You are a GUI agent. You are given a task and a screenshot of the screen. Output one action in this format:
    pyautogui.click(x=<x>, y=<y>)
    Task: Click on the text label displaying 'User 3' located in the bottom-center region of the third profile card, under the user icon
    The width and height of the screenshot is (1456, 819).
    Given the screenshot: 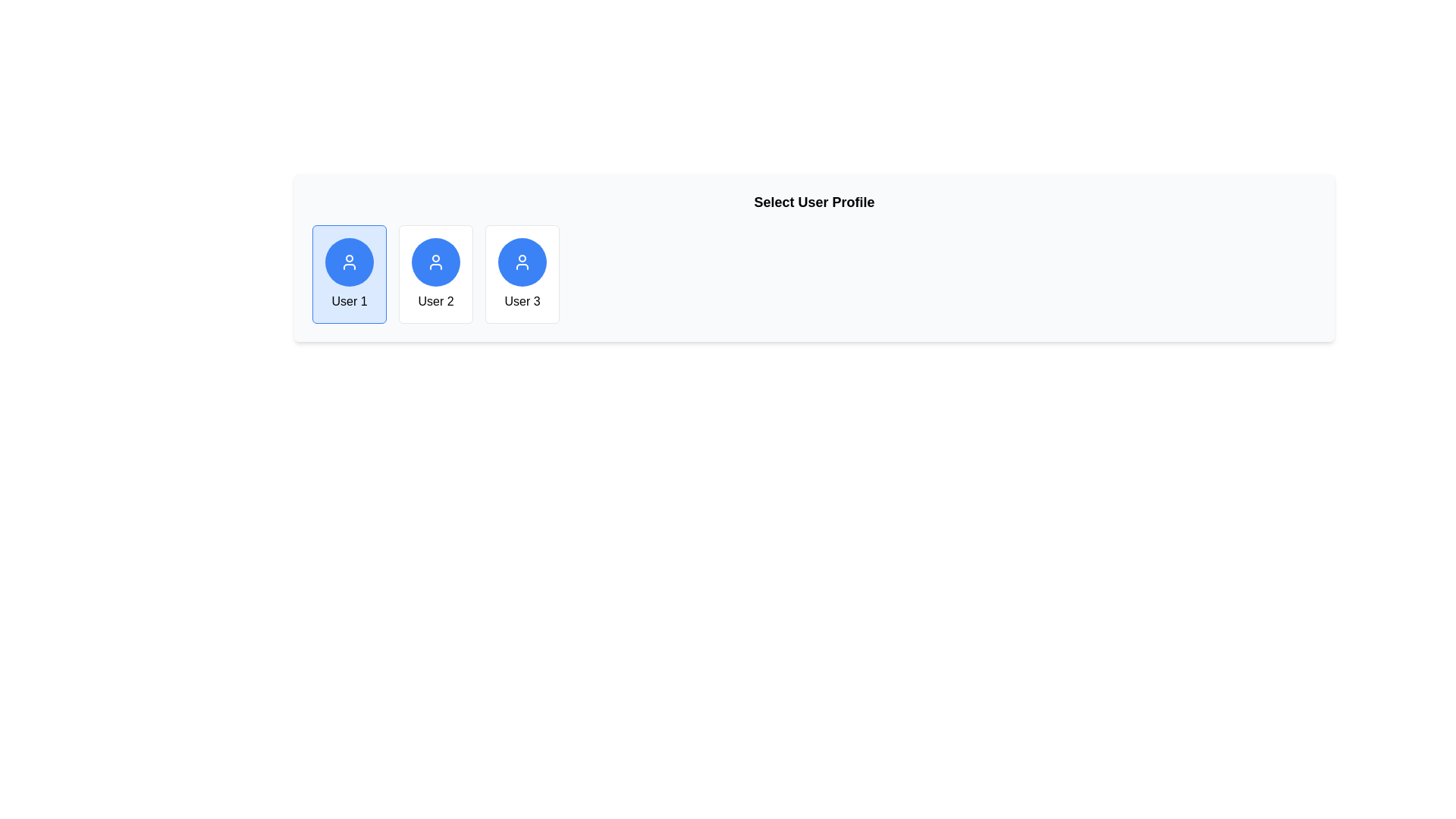 What is the action you would take?
    pyautogui.click(x=522, y=301)
    